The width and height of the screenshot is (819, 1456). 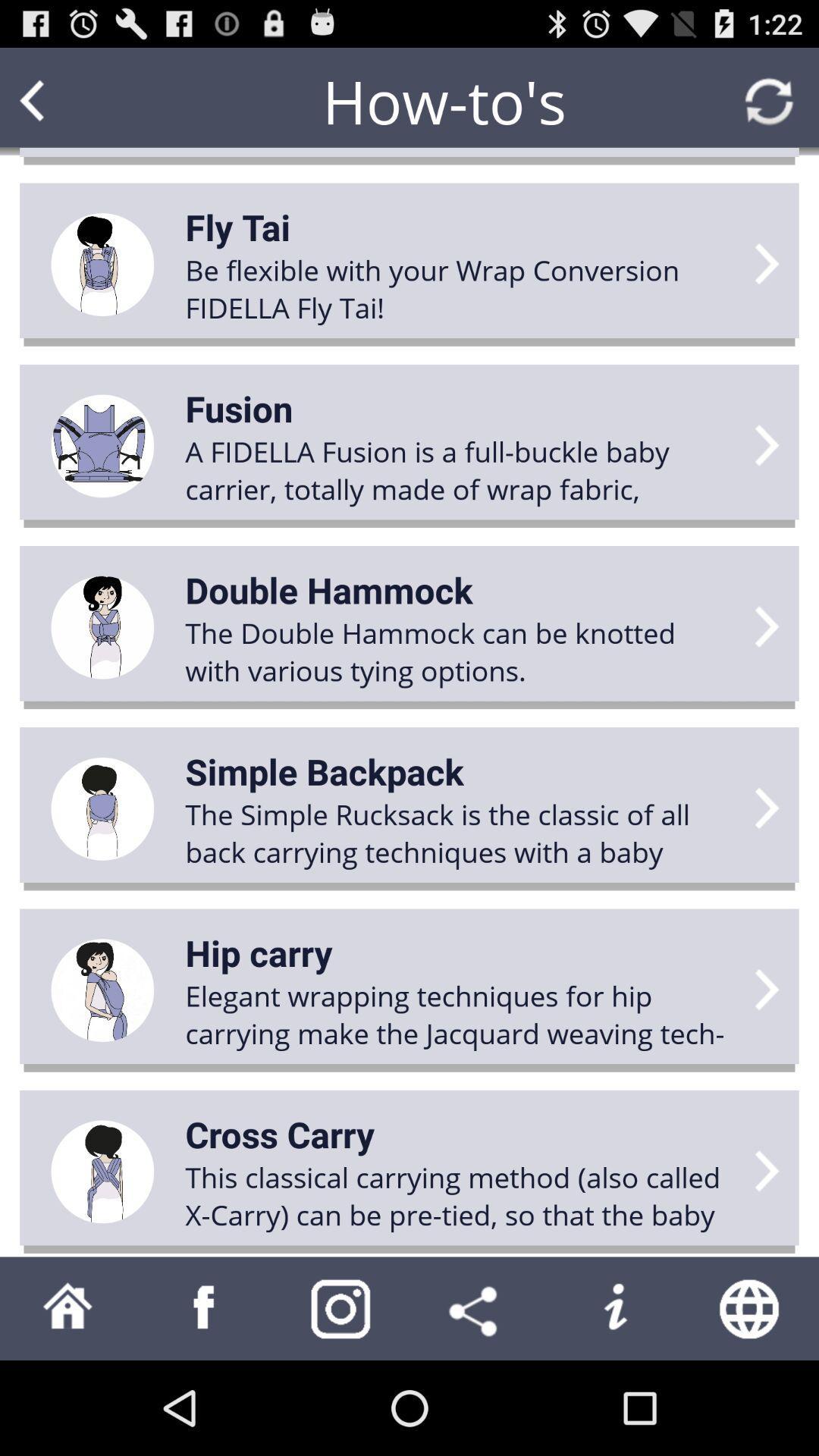 What do you see at coordinates (280, 1134) in the screenshot?
I see `icon above this classical carrying app` at bounding box center [280, 1134].